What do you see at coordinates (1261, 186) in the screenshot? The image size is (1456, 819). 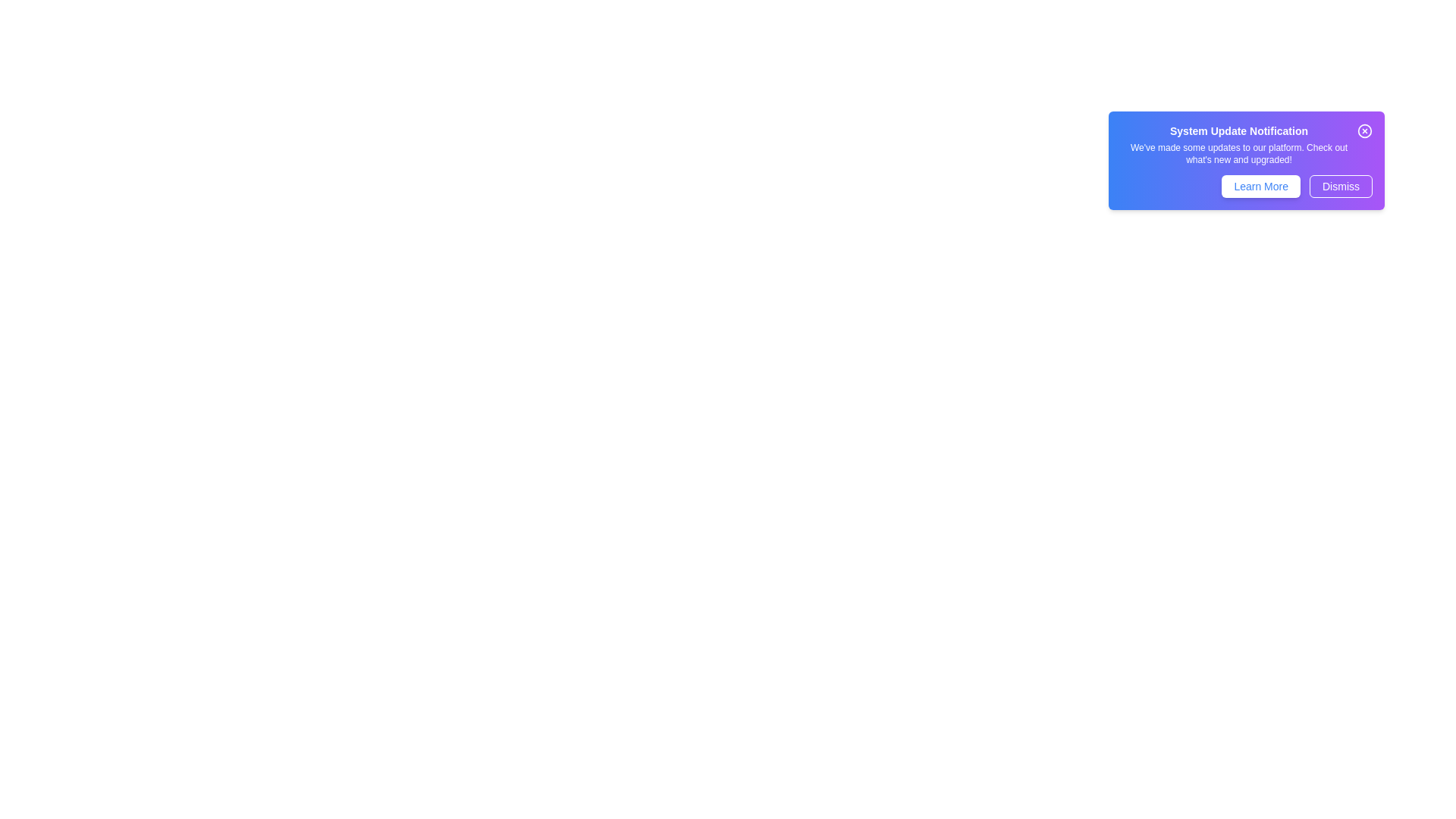 I see `the first button in the notification card at the top-right area of the interface` at bounding box center [1261, 186].